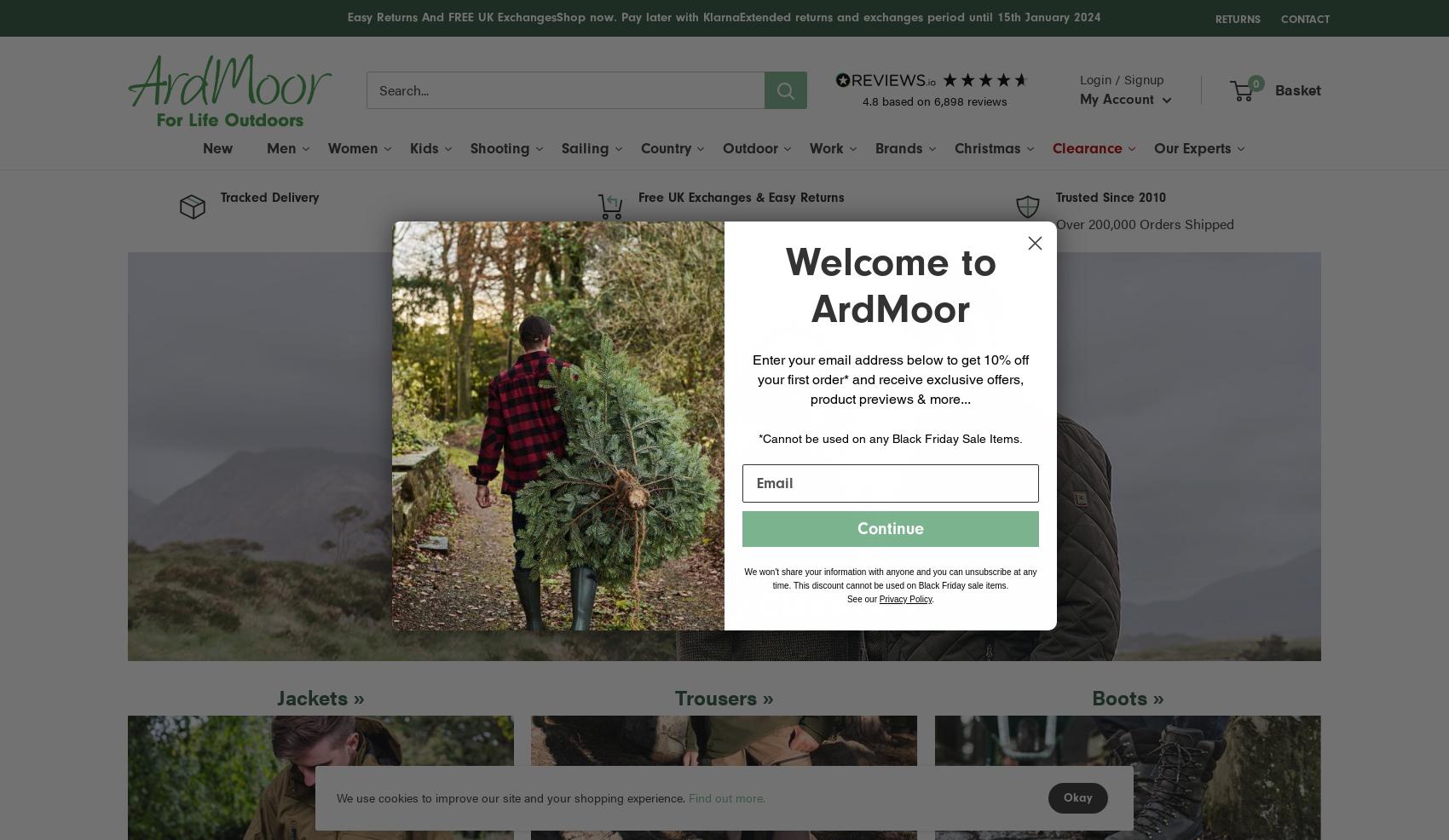 The height and width of the screenshot is (840, 1449). I want to click on 'Extended returns and exchanges period until 15th January 2024', so click(921, 16).